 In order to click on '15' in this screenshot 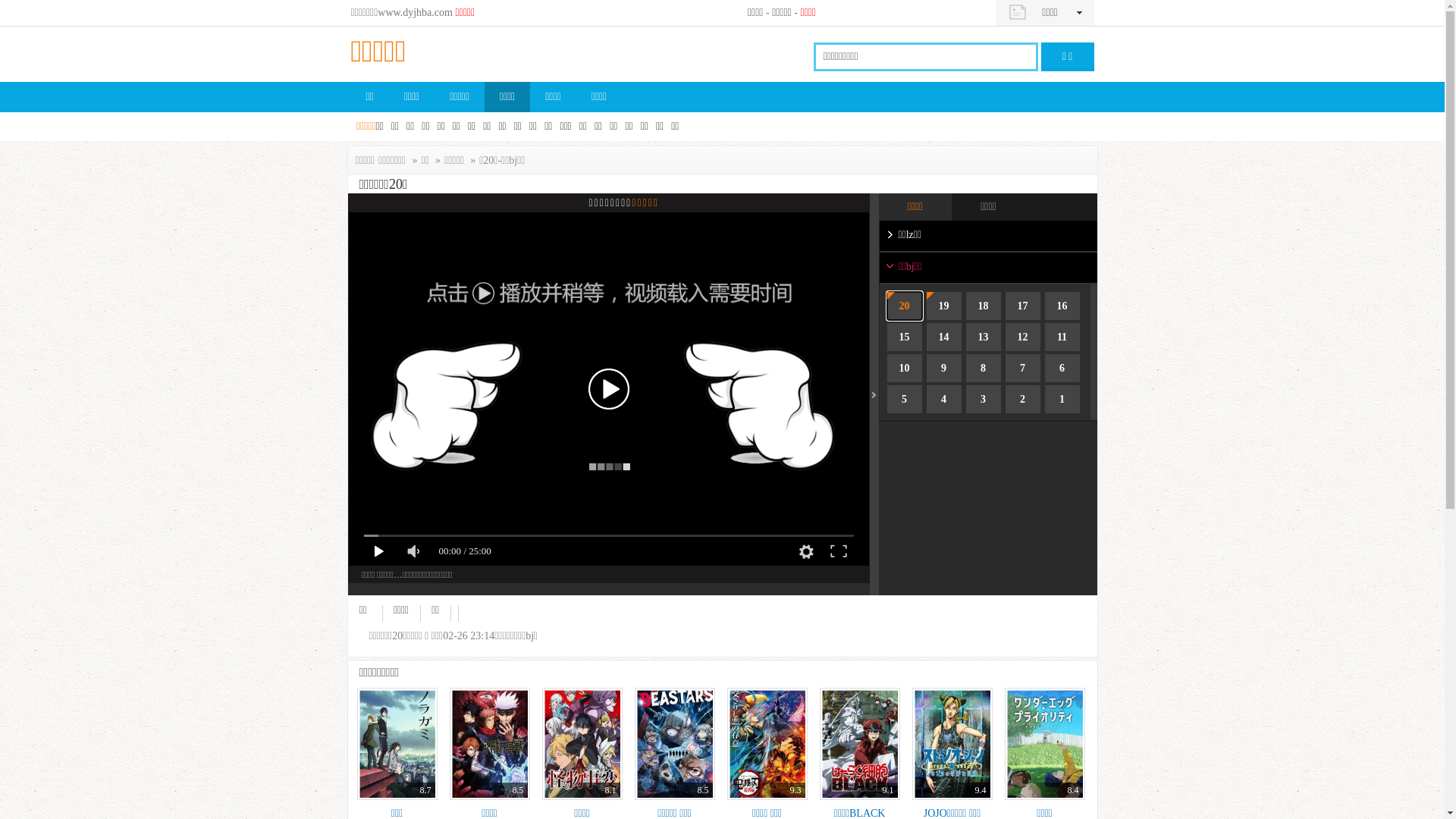, I will do `click(905, 336)`.